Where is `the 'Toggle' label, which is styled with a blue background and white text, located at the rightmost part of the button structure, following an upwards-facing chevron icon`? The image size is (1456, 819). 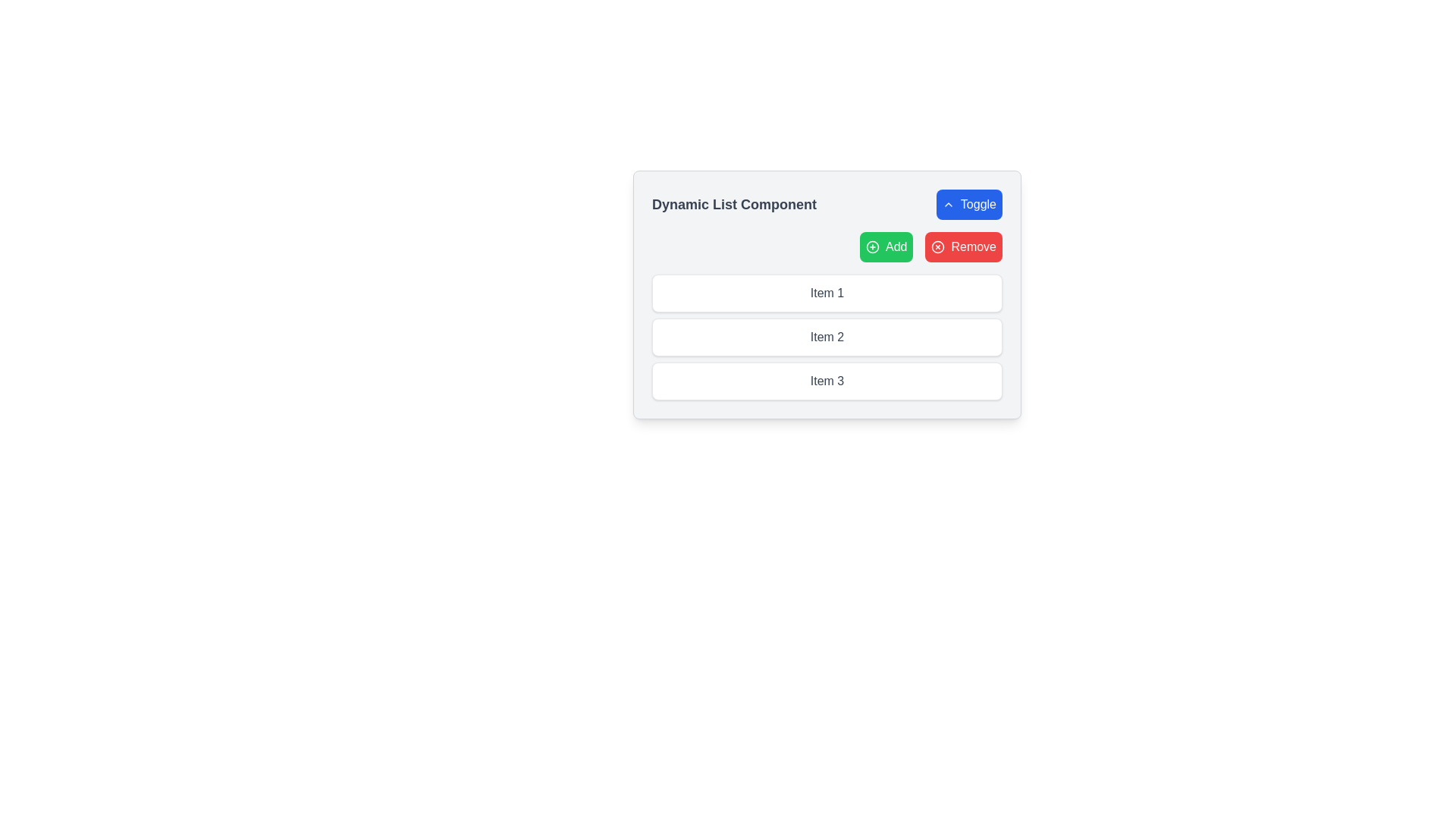
the 'Toggle' label, which is styled with a blue background and white text, located at the rightmost part of the button structure, following an upwards-facing chevron icon is located at coordinates (978, 205).